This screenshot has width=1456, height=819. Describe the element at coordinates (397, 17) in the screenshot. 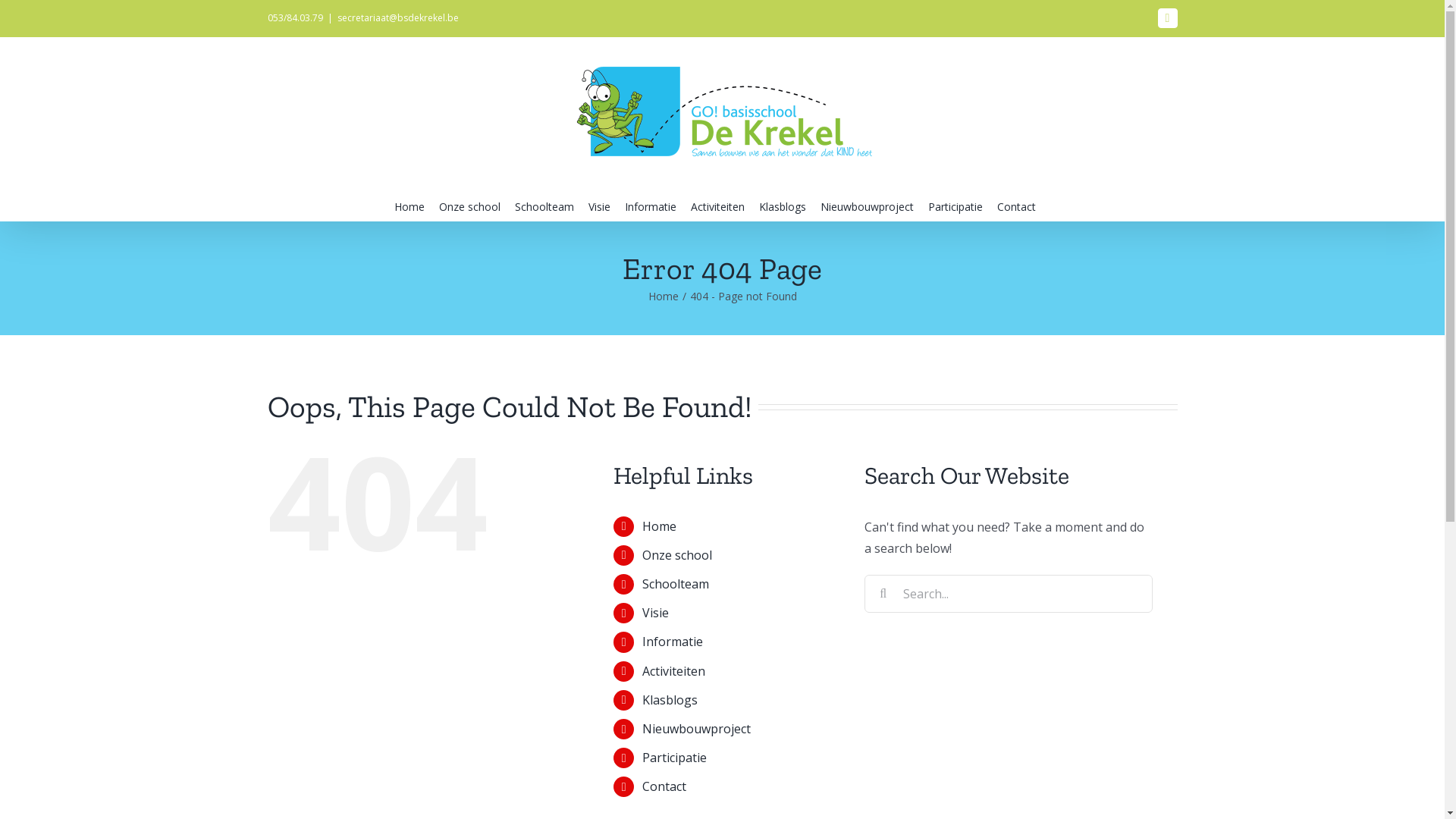

I see `'secretariaat@bsdekrekel.be'` at that location.